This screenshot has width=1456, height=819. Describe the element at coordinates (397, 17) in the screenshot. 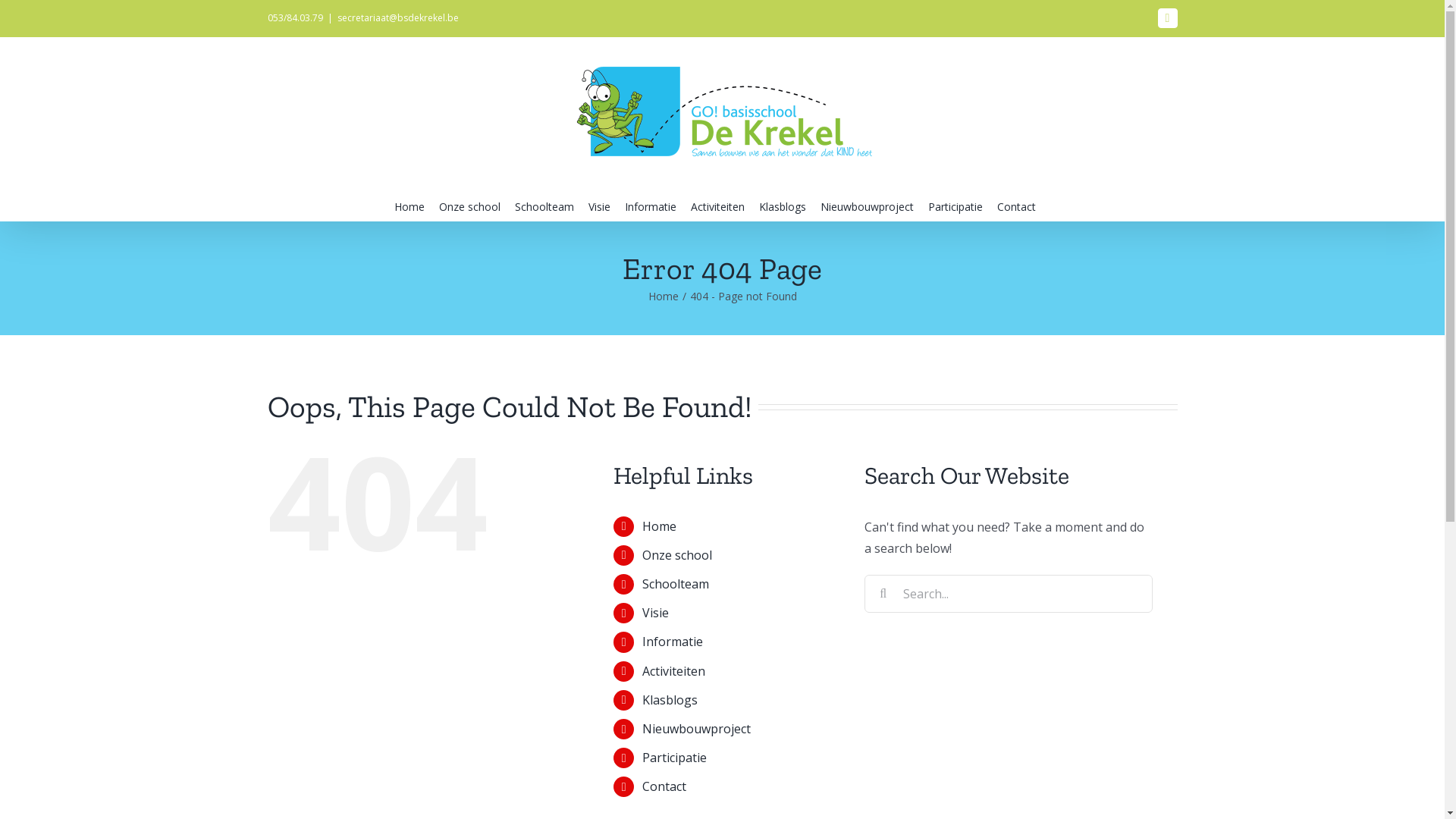

I see `'secretariaat@bsdekrekel.be'` at that location.